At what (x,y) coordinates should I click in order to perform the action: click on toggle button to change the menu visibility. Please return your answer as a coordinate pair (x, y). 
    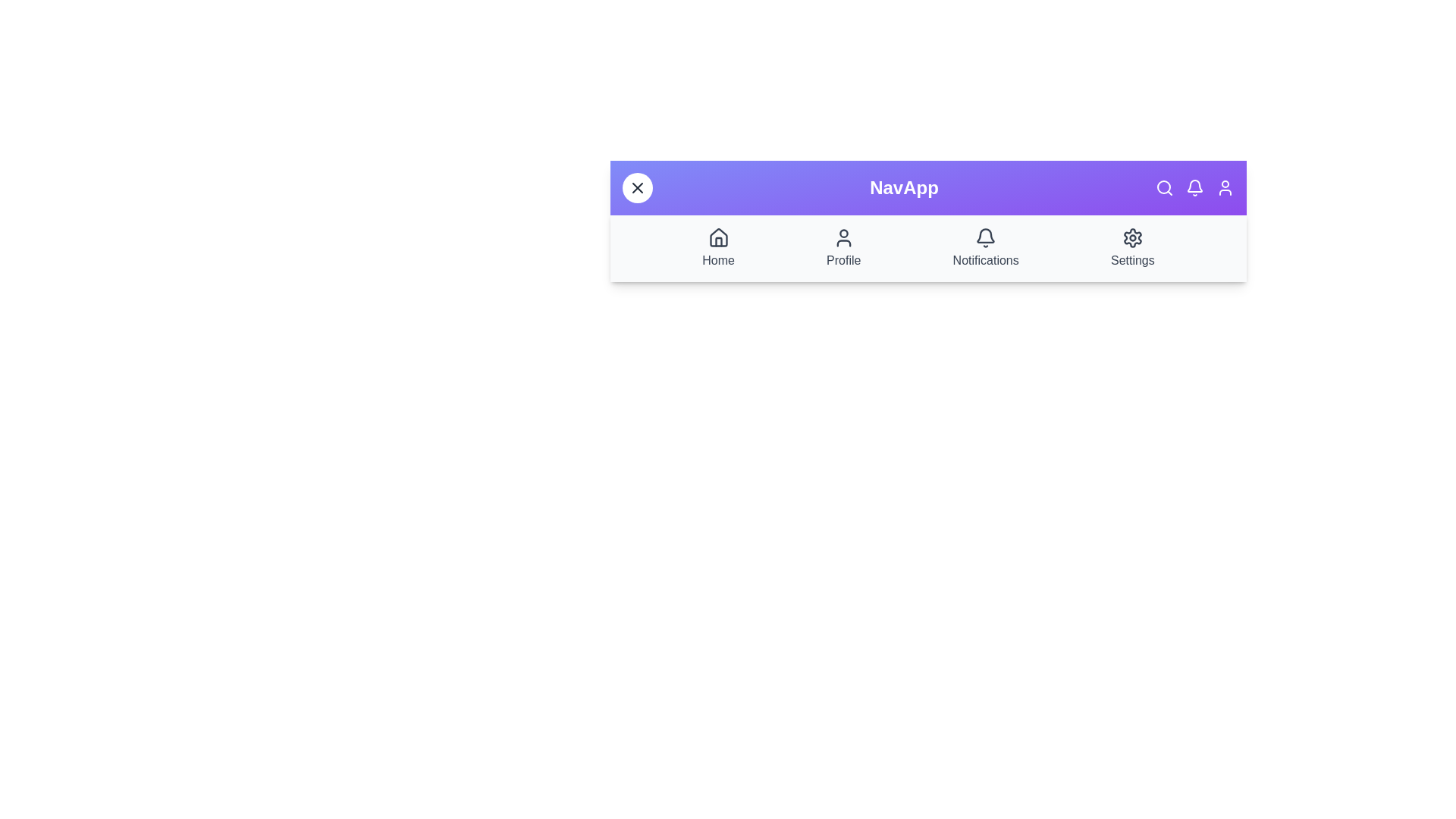
    Looking at the image, I should click on (637, 187).